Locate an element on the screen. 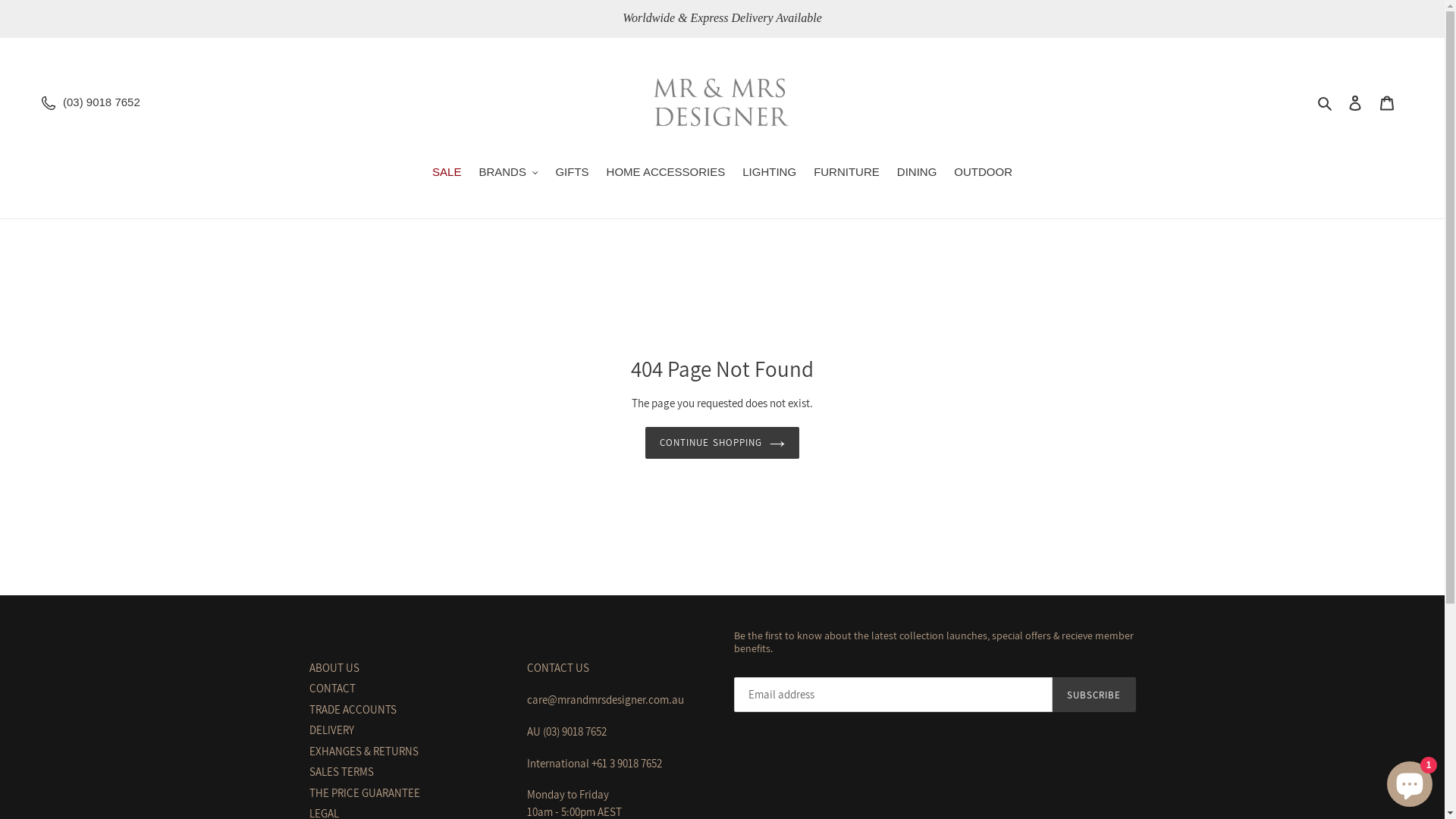 This screenshot has height=819, width=1456. 'CONTINUE SHOPPING' is located at coordinates (721, 442).